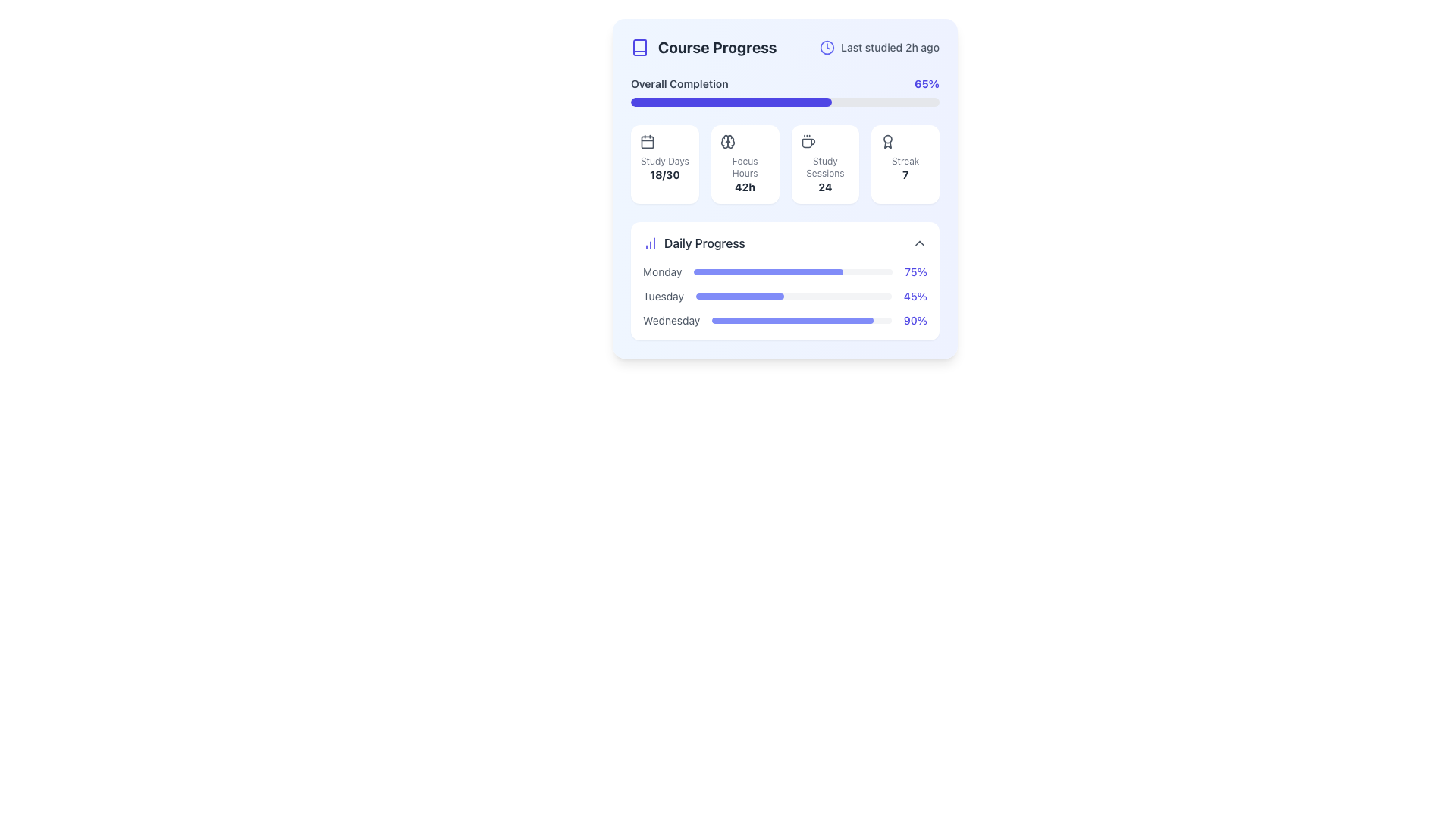  I want to click on the first Informational card in the 'Course Progress' section, which displays 'Study Days' and '18/30', so click(664, 164).